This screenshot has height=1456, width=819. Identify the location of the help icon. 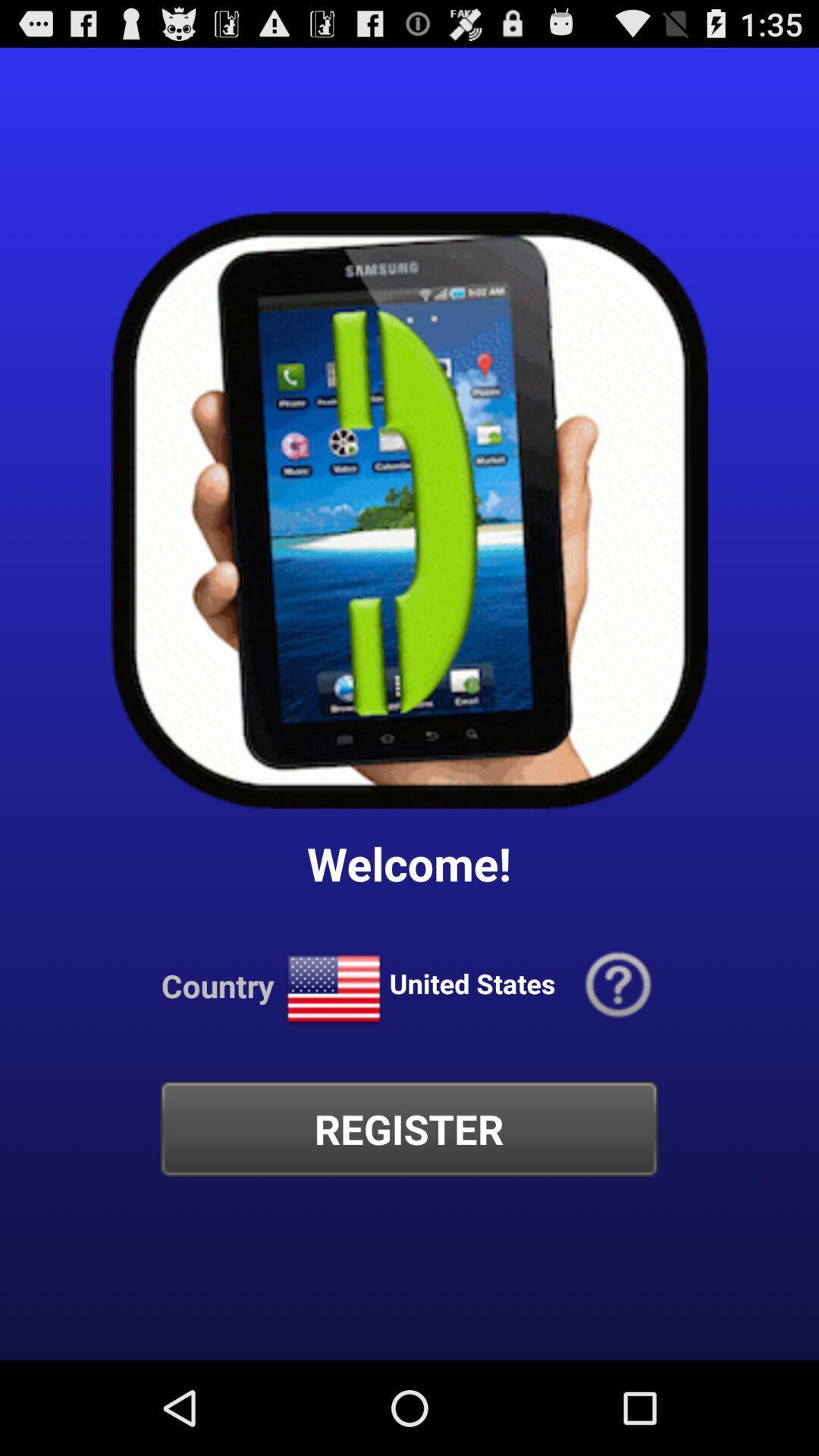
(618, 1054).